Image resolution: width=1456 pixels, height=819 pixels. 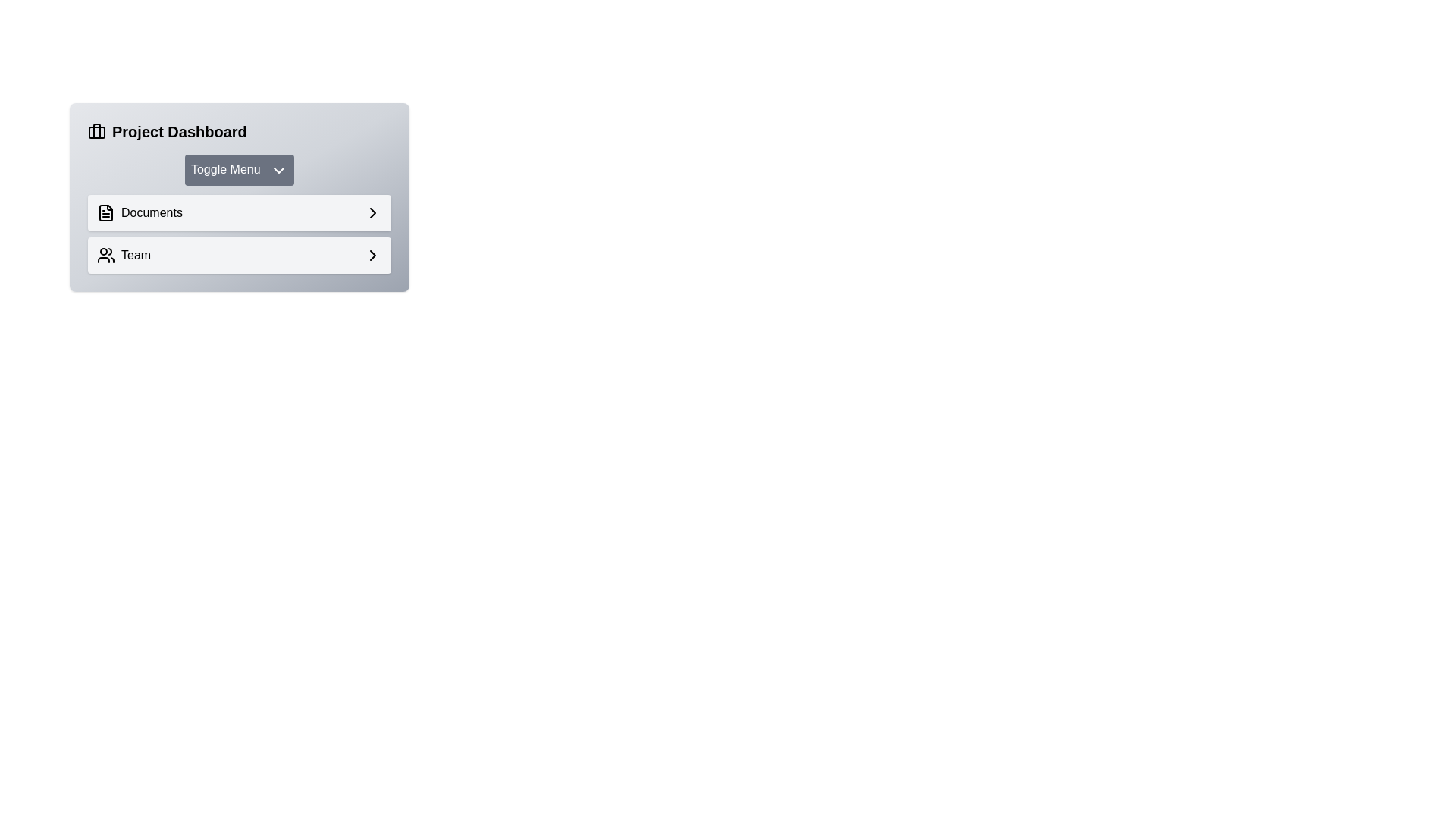 What do you see at coordinates (239, 253) in the screenshot?
I see `the button related to 'Team' located centrally below 'Project Dashboard' in the menu` at bounding box center [239, 253].